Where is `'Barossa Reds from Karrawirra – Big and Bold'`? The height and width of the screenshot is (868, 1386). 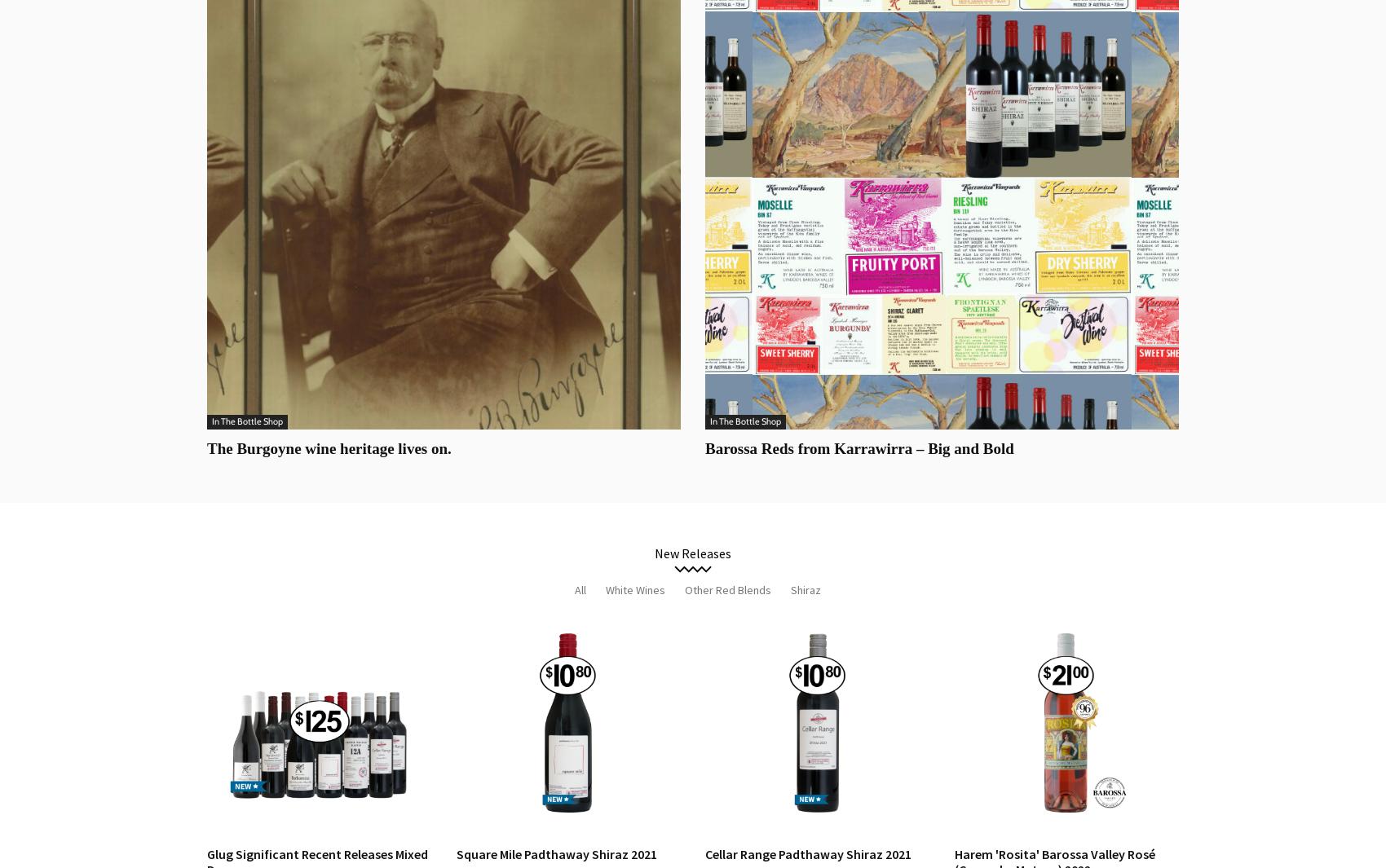 'Barossa Reds from Karrawirra – Big and Bold' is located at coordinates (859, 448).